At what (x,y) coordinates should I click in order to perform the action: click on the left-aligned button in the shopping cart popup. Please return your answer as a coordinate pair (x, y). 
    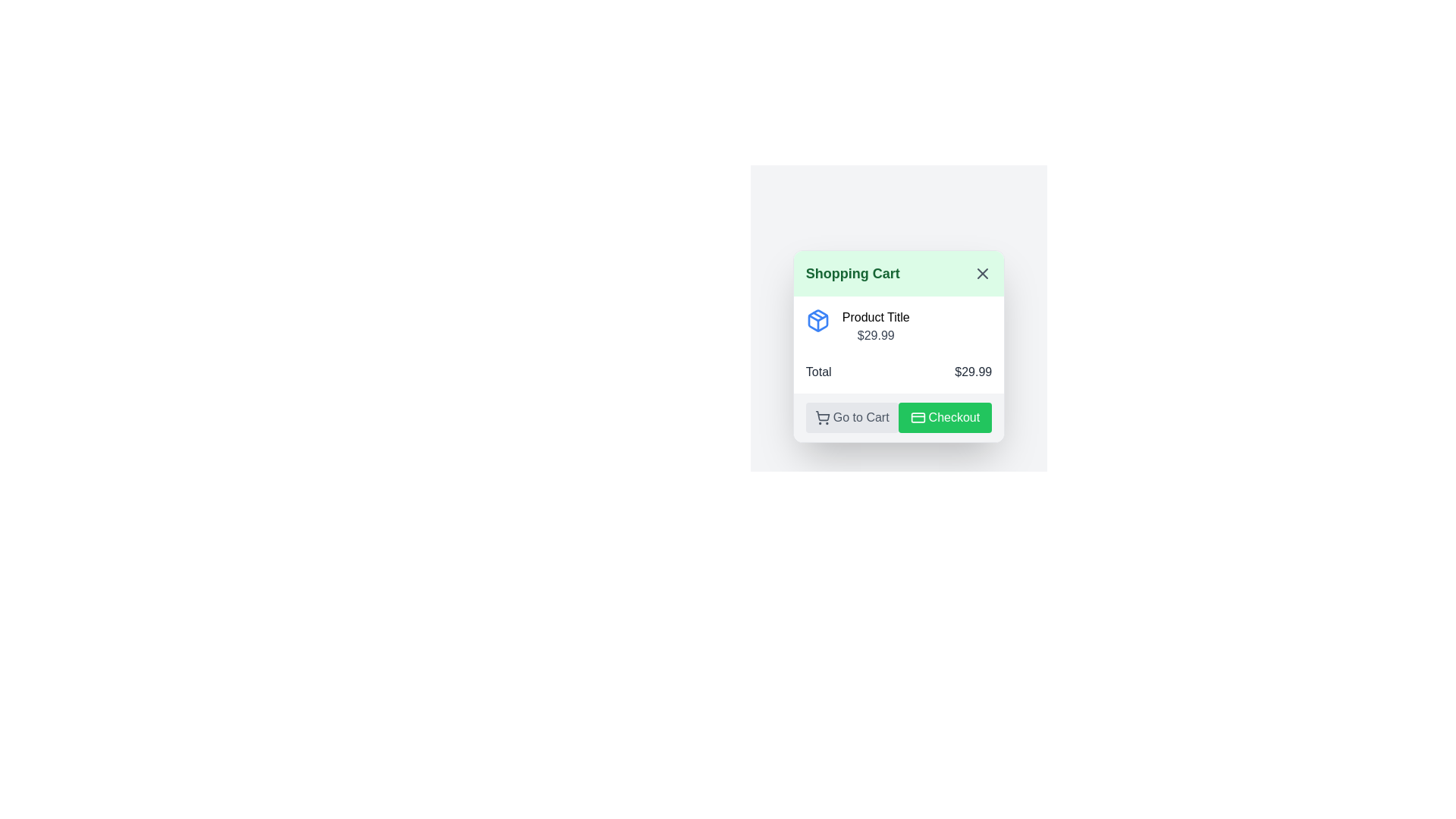
    Looking at the image, I should click on (852, 418).